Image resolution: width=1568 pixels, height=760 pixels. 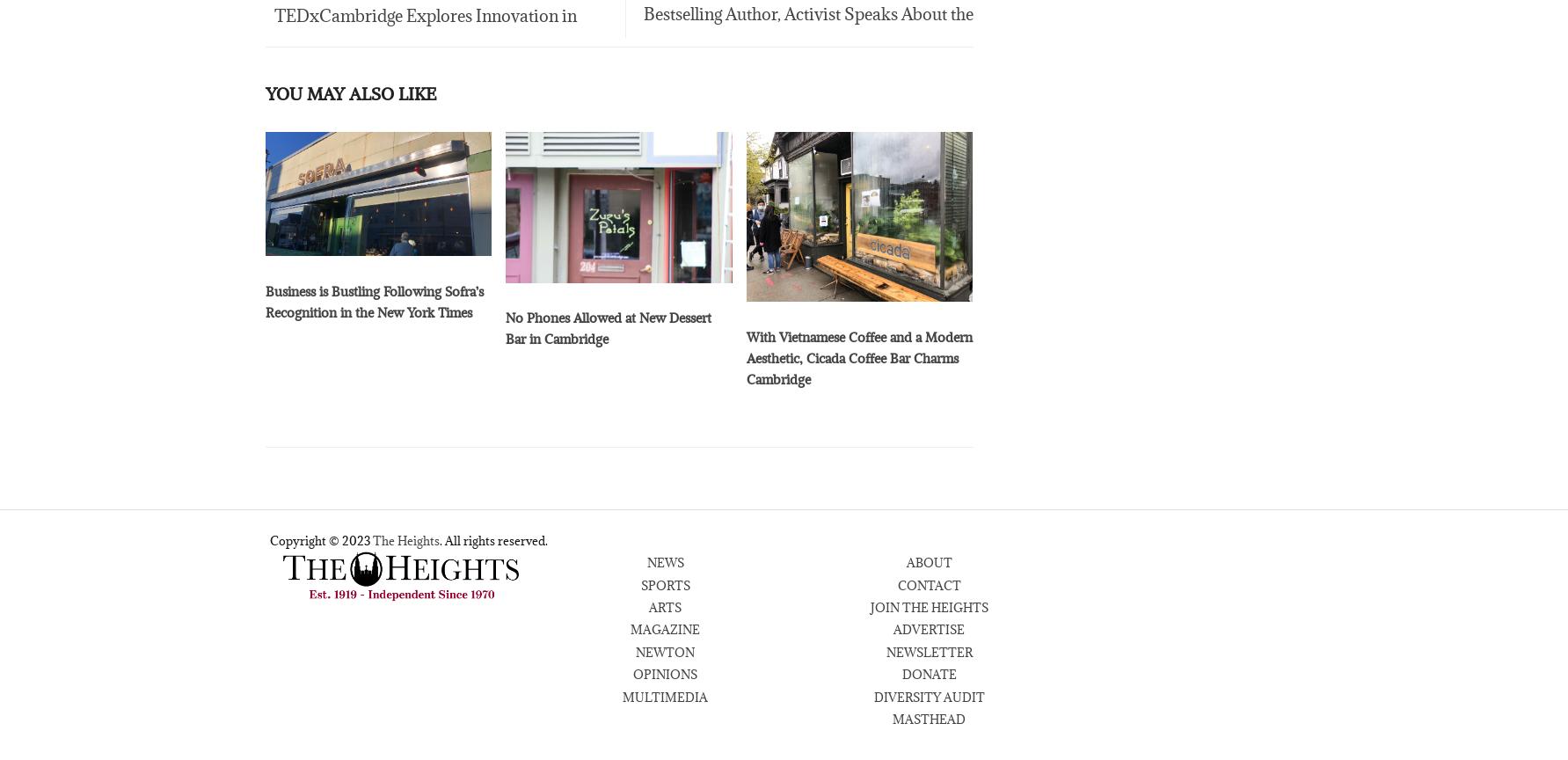 What do you see at coordinates (319, 543) in the screenshot?
I see `'Copyright © 2023'` at bounding box center [319, 543].